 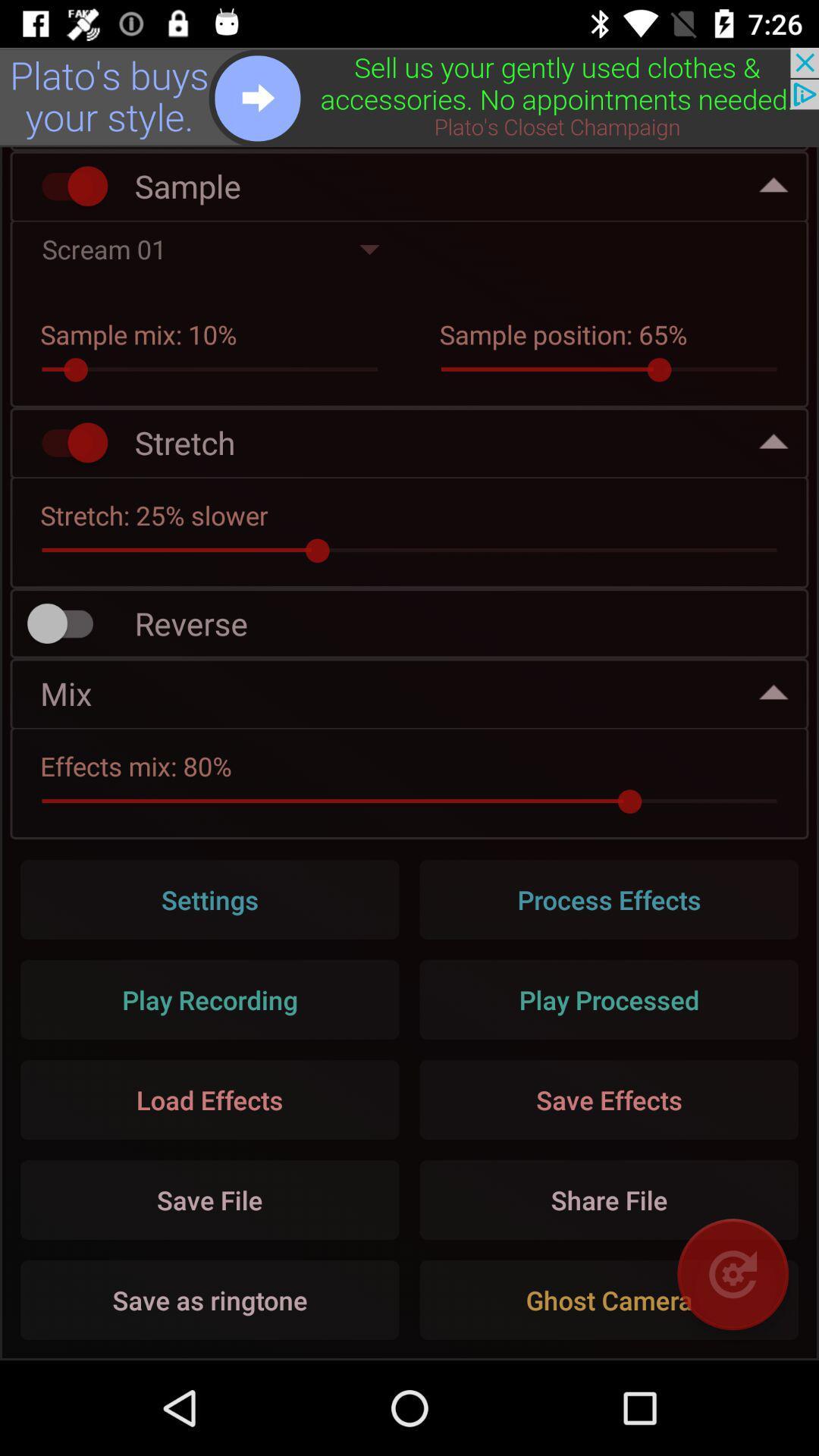 I want to click on record audio backwards, so click(x=67, y=623).